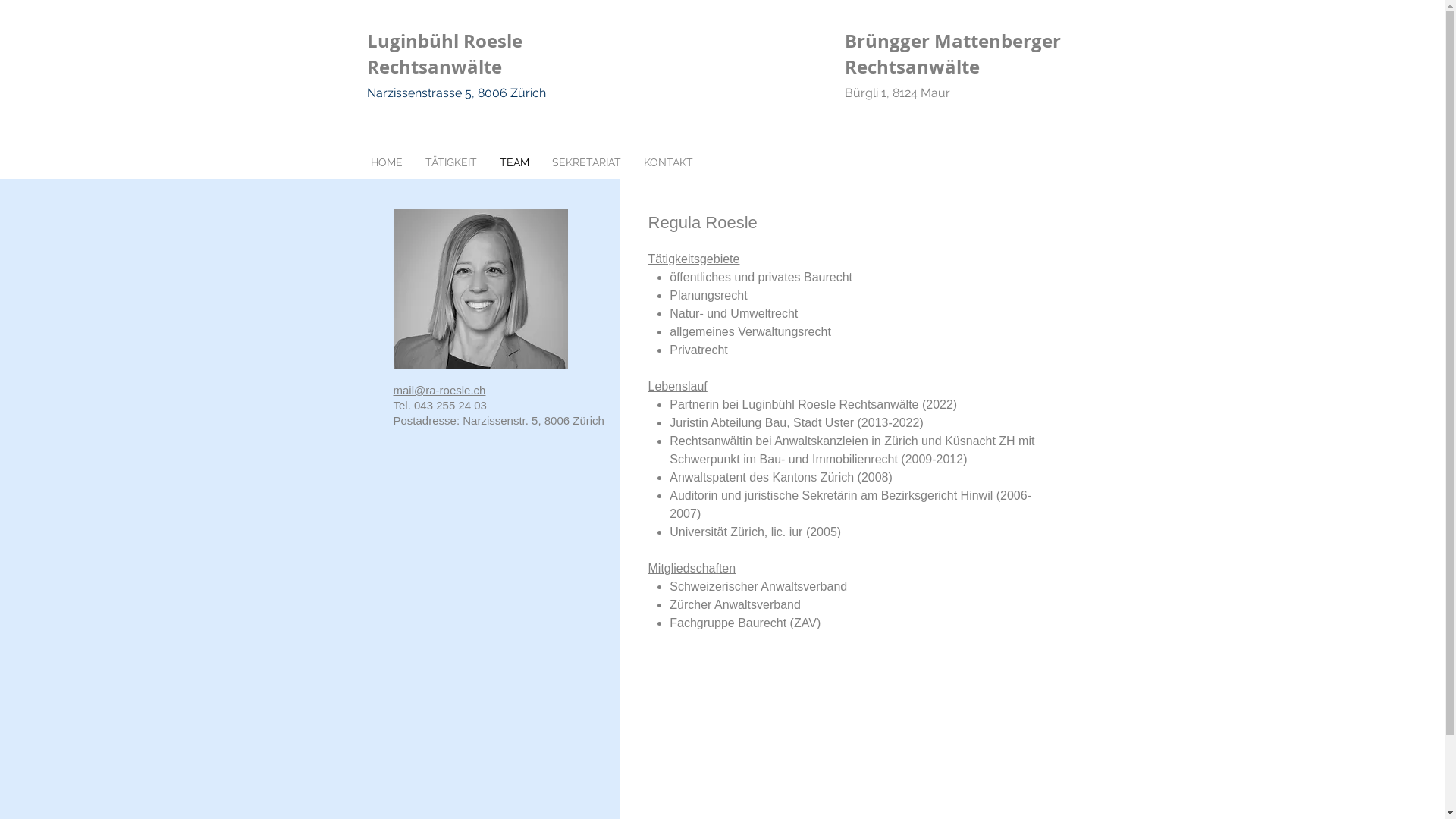 This screenshot has height=819, width=1456. What do you see at coordinates (585, 162) in the screenshot?
I see `'SEKRETARIAT'` at bounding box center [585, 162].